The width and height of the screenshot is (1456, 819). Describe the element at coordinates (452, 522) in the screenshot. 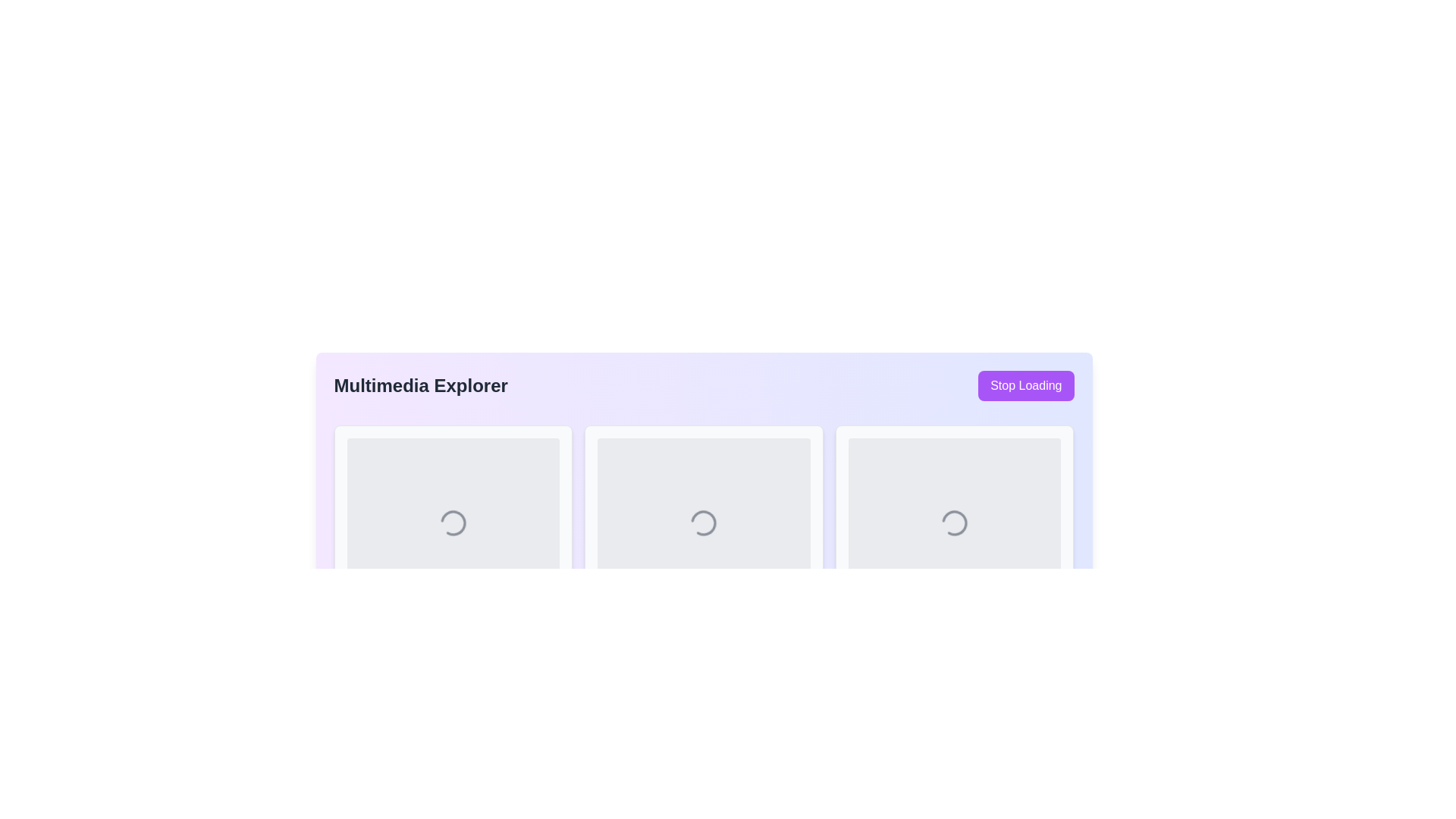

I see `the first spinner loader in the 'Multimedia Explorer' interface, which is a circular segment styled with a light gray gradient stroke indicating motion or progress` at that location.